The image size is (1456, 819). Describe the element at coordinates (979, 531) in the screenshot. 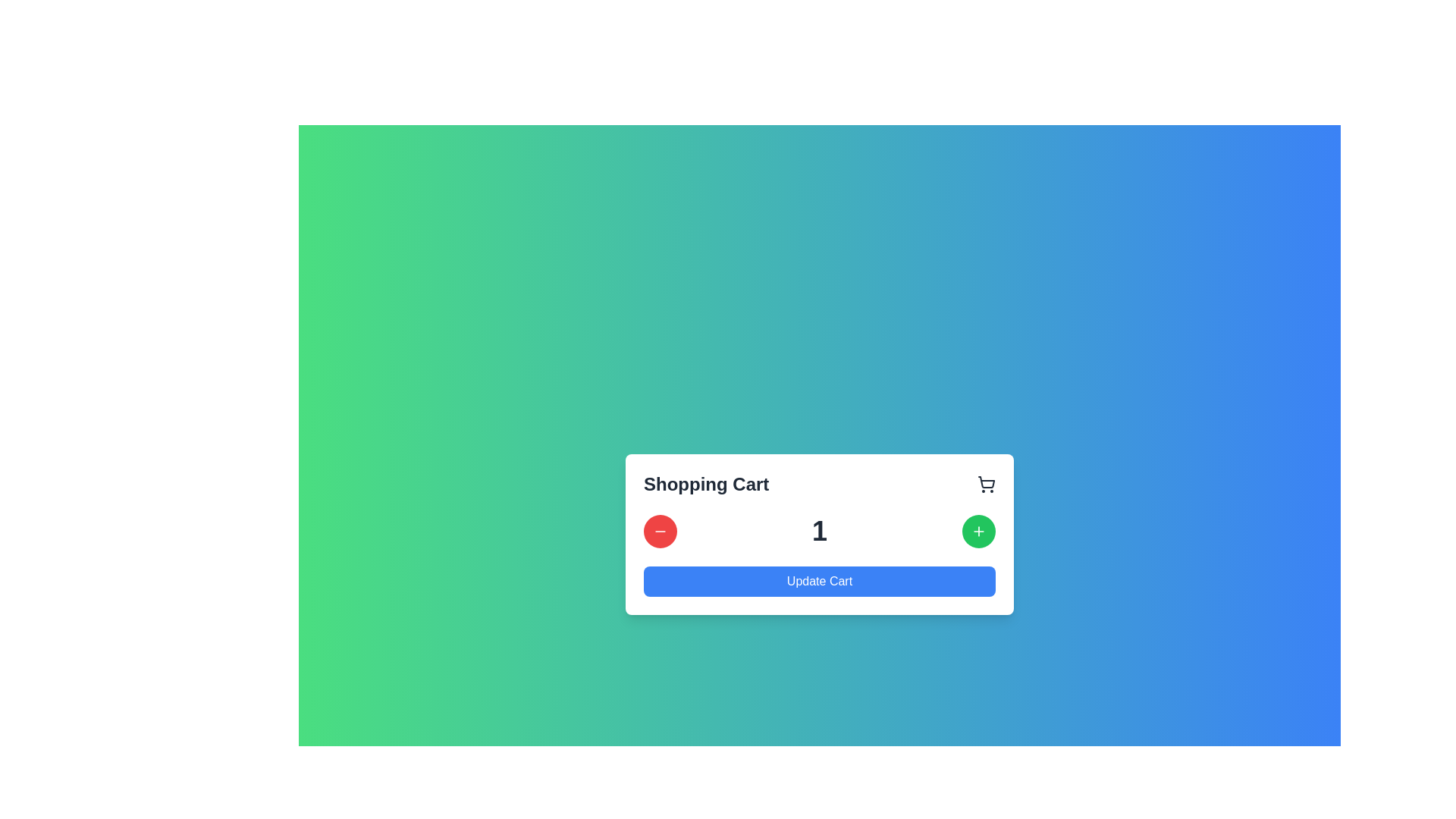

I see `the rightmost button in the shopping cart interface to increment the quantity of the item` at that location.